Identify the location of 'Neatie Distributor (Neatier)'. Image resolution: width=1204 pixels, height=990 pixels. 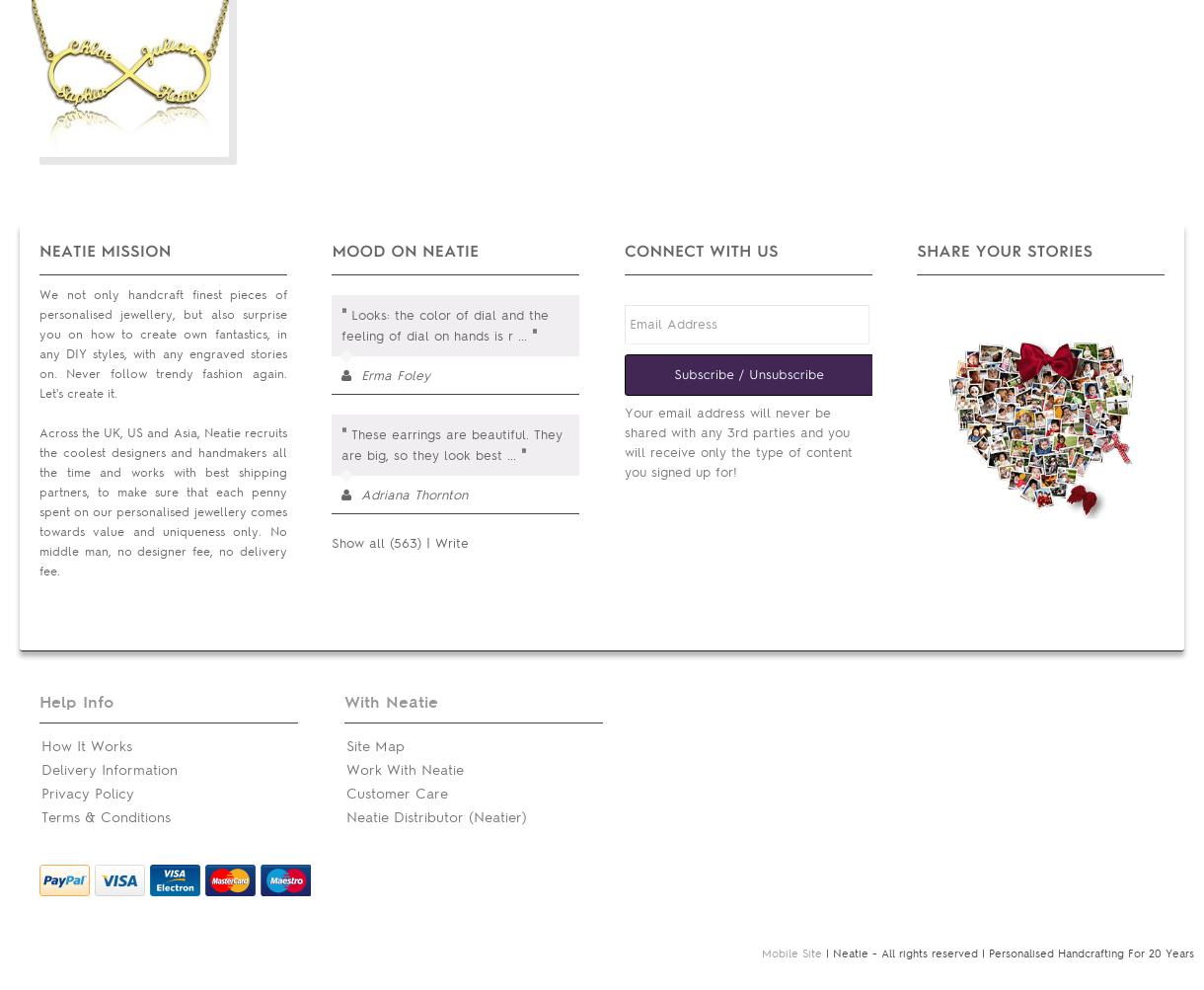
(345, 817).